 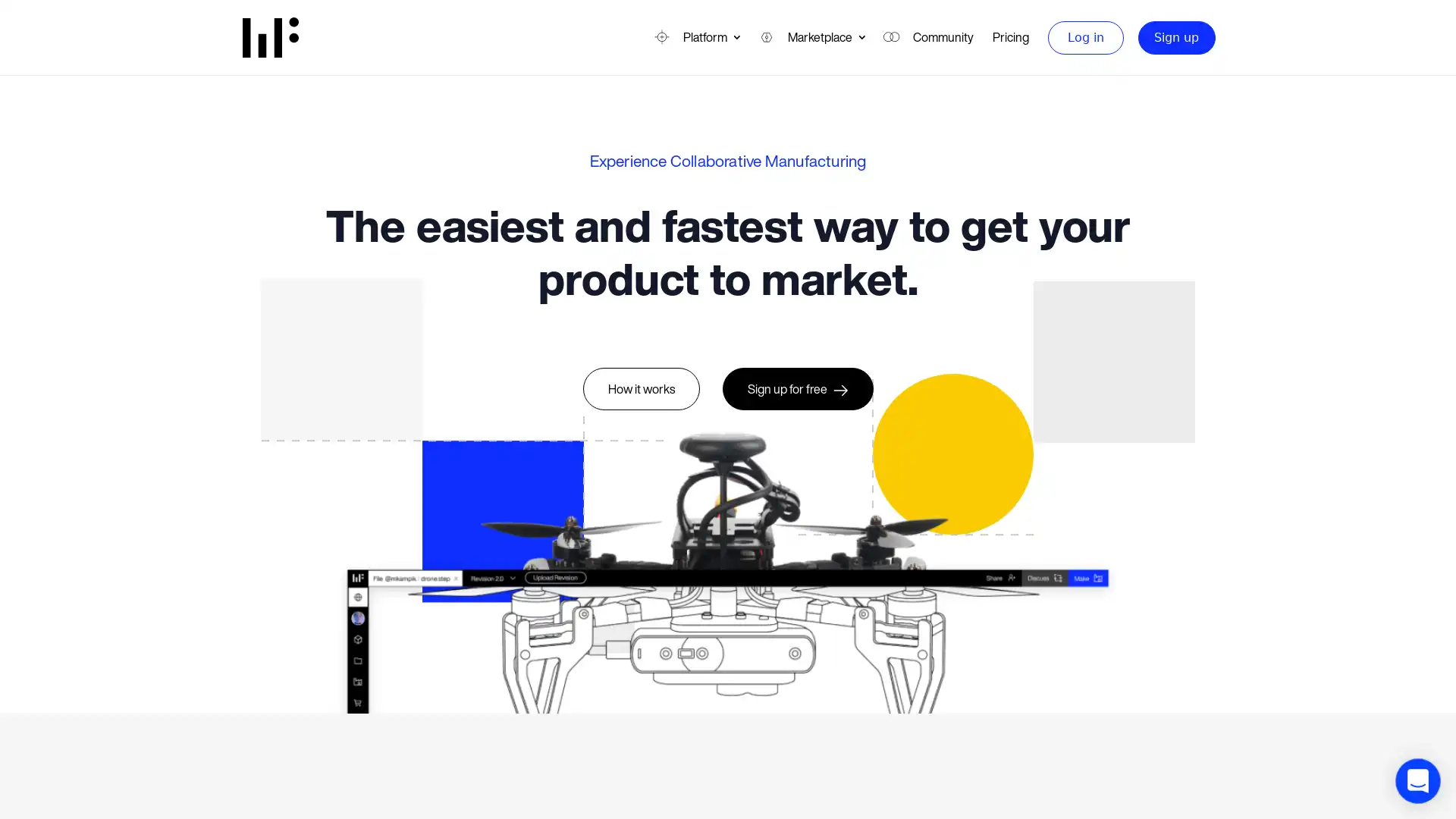 What do you see at coordinates (640, 388) in the screenshot?
I see `How it works` at bounding box center [640, 388].